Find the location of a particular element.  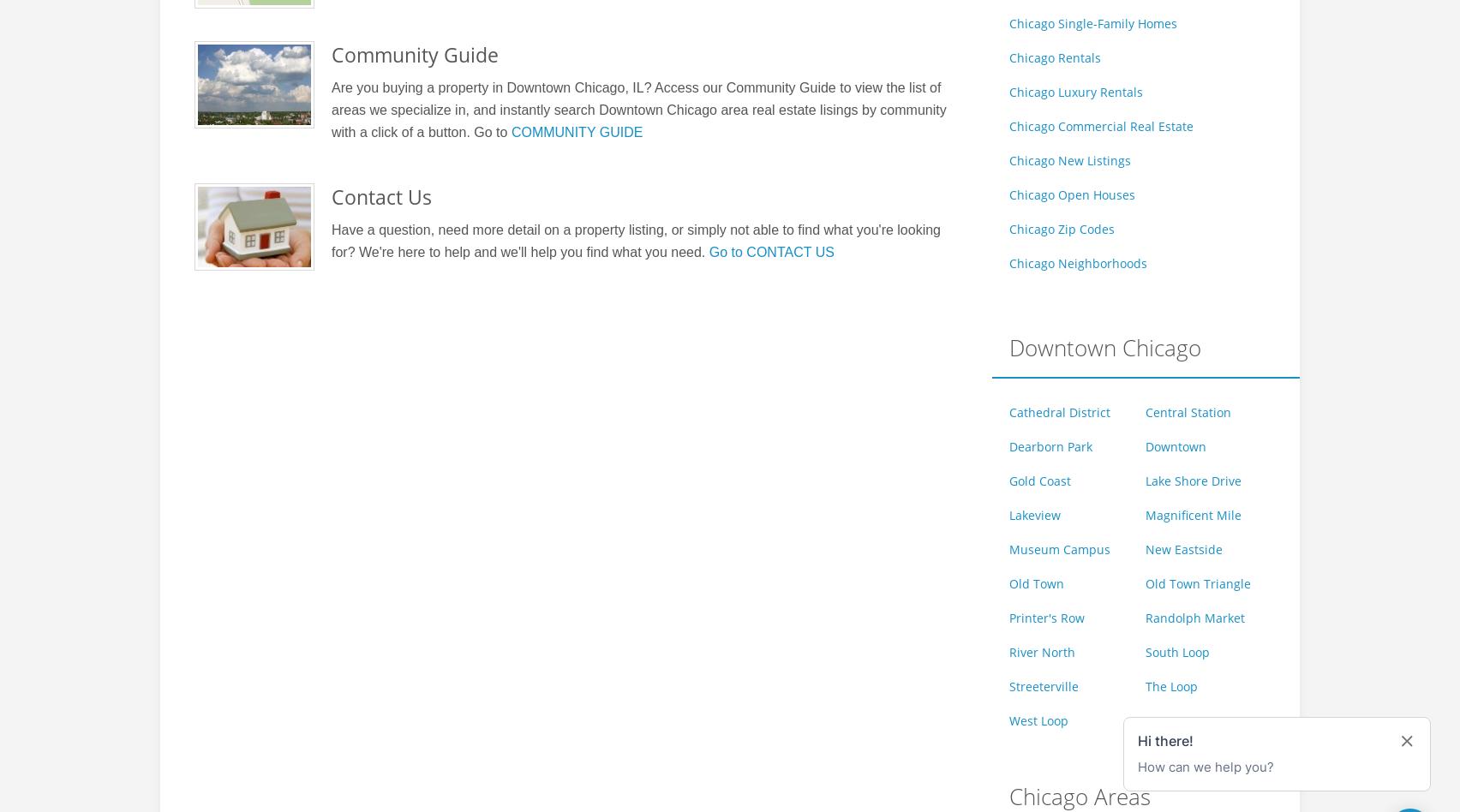

'Downtown Chicago' is located at coordinates (1104, 347).